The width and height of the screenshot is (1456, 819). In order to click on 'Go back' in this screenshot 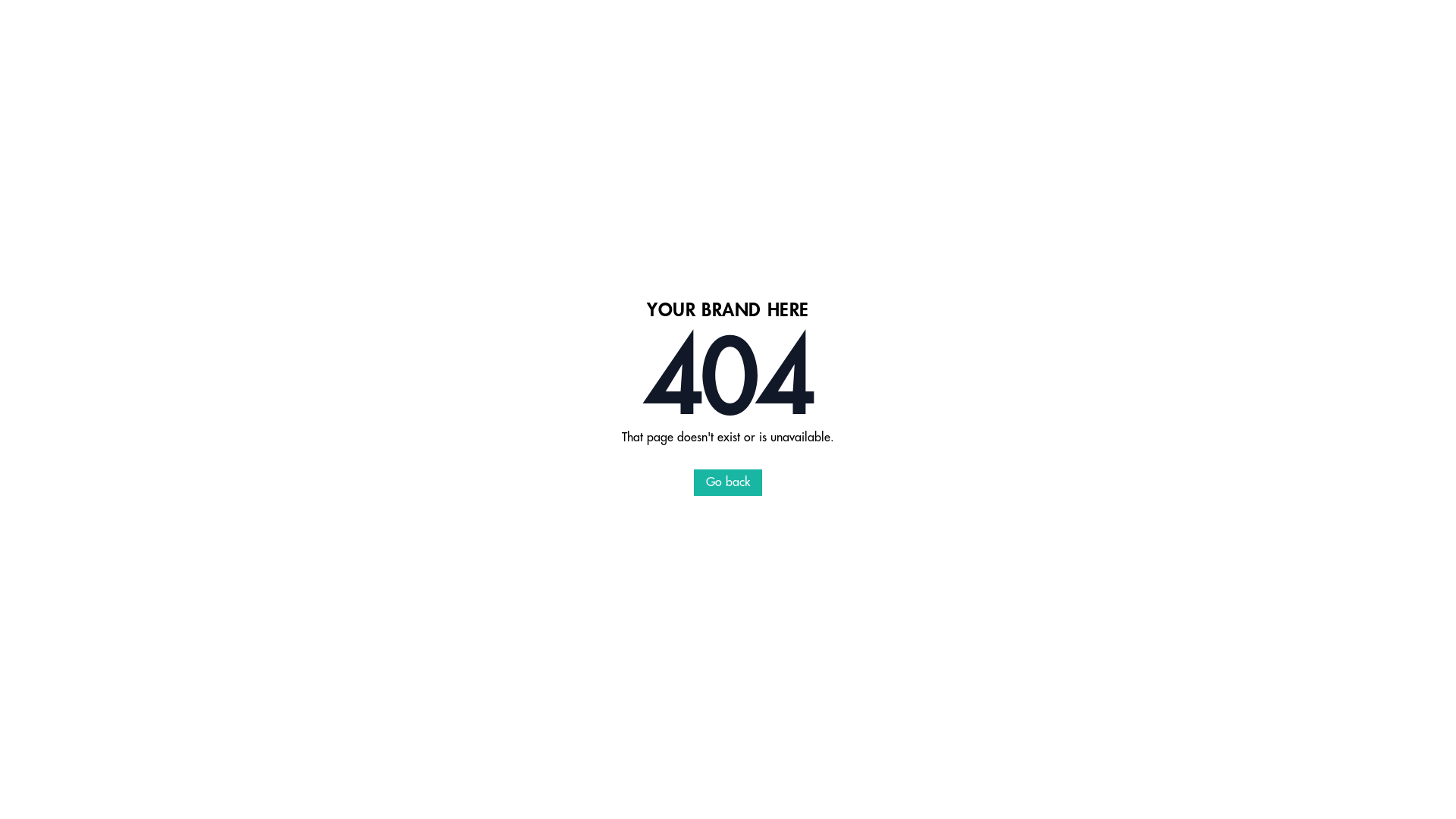, I will do `click(728, 482)`.